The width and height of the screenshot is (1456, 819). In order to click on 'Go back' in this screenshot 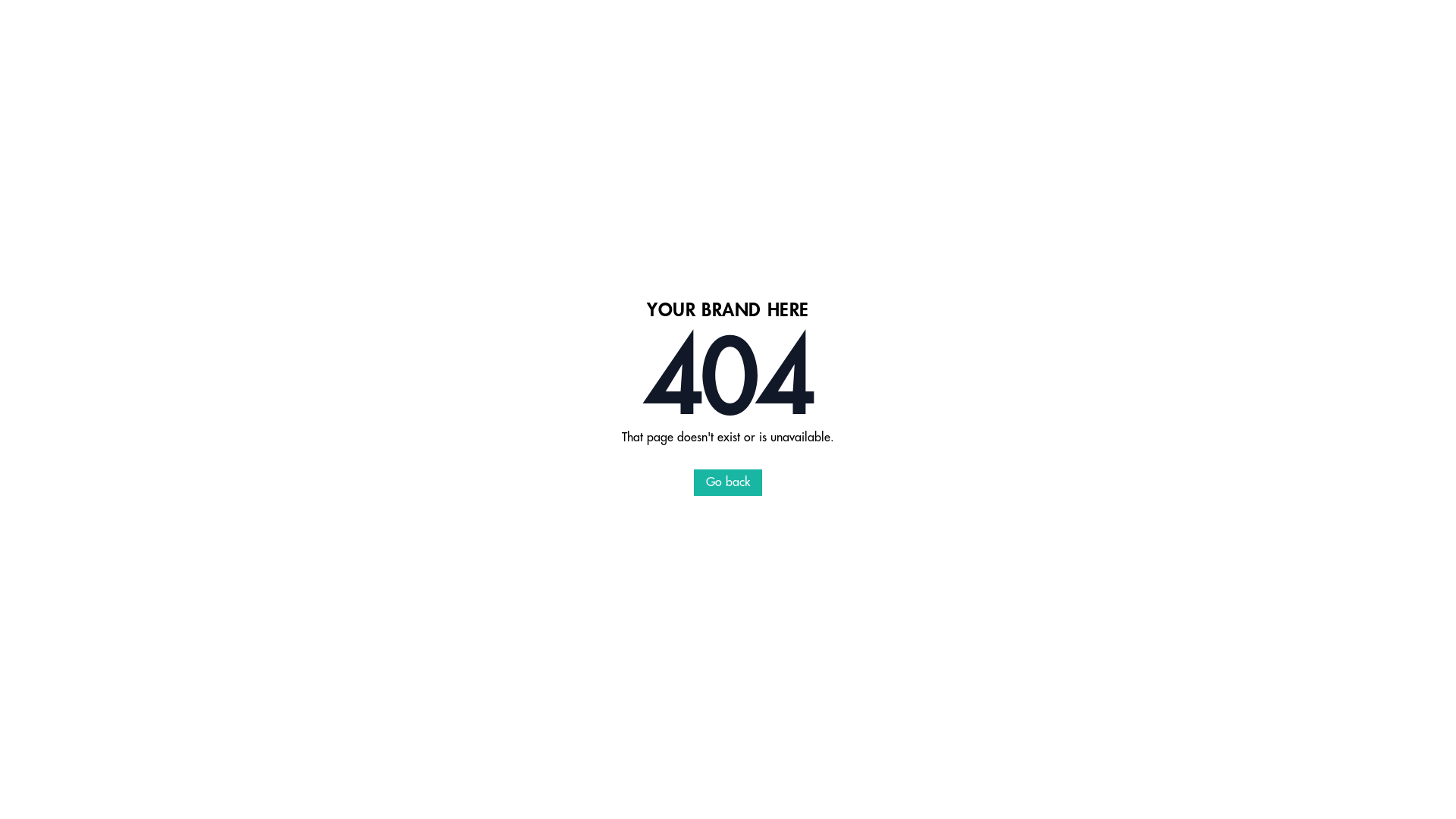, I will do `click(728, 482)`.